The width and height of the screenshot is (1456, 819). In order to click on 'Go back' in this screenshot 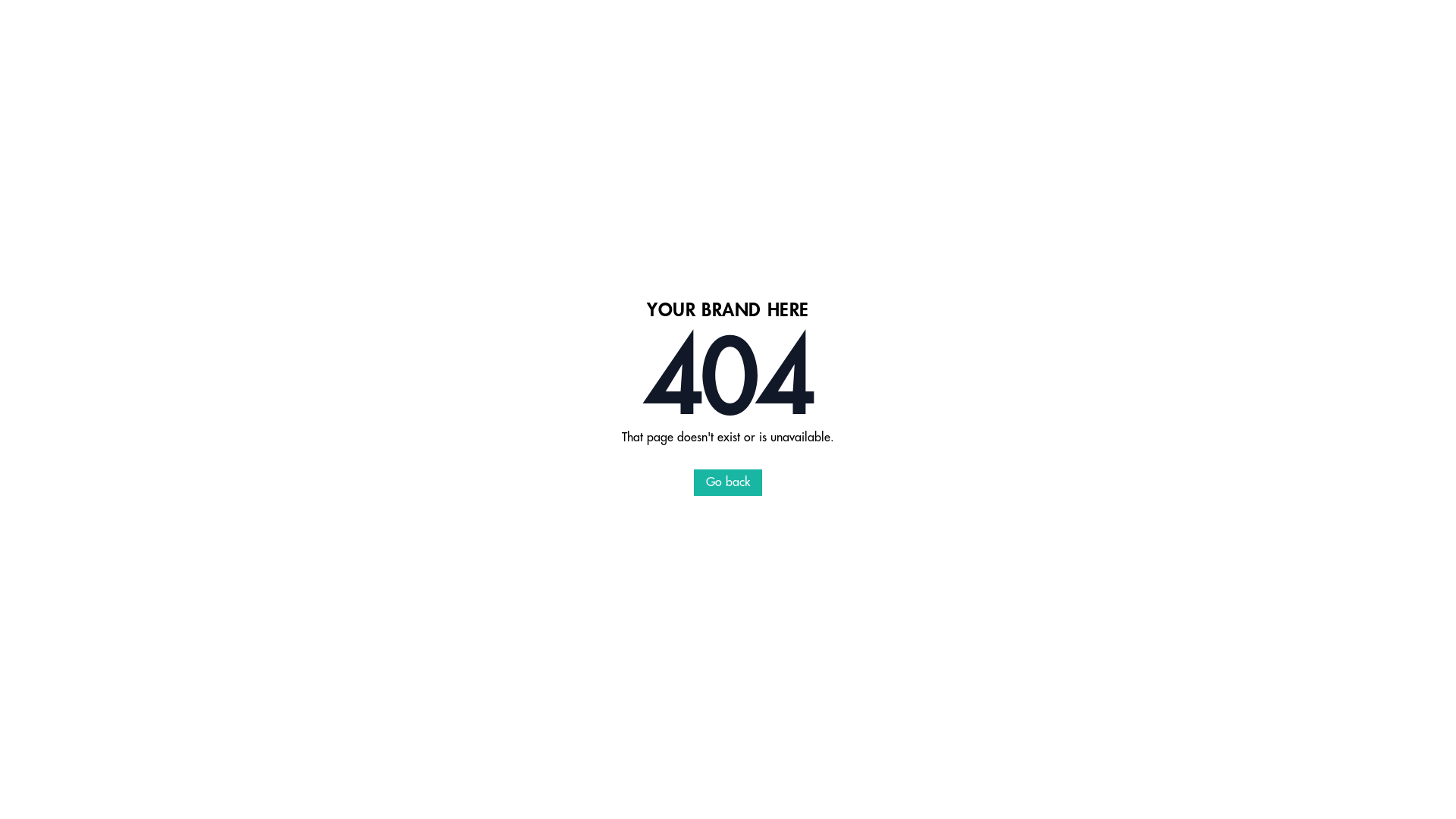, I will do `click(728, 482)`.